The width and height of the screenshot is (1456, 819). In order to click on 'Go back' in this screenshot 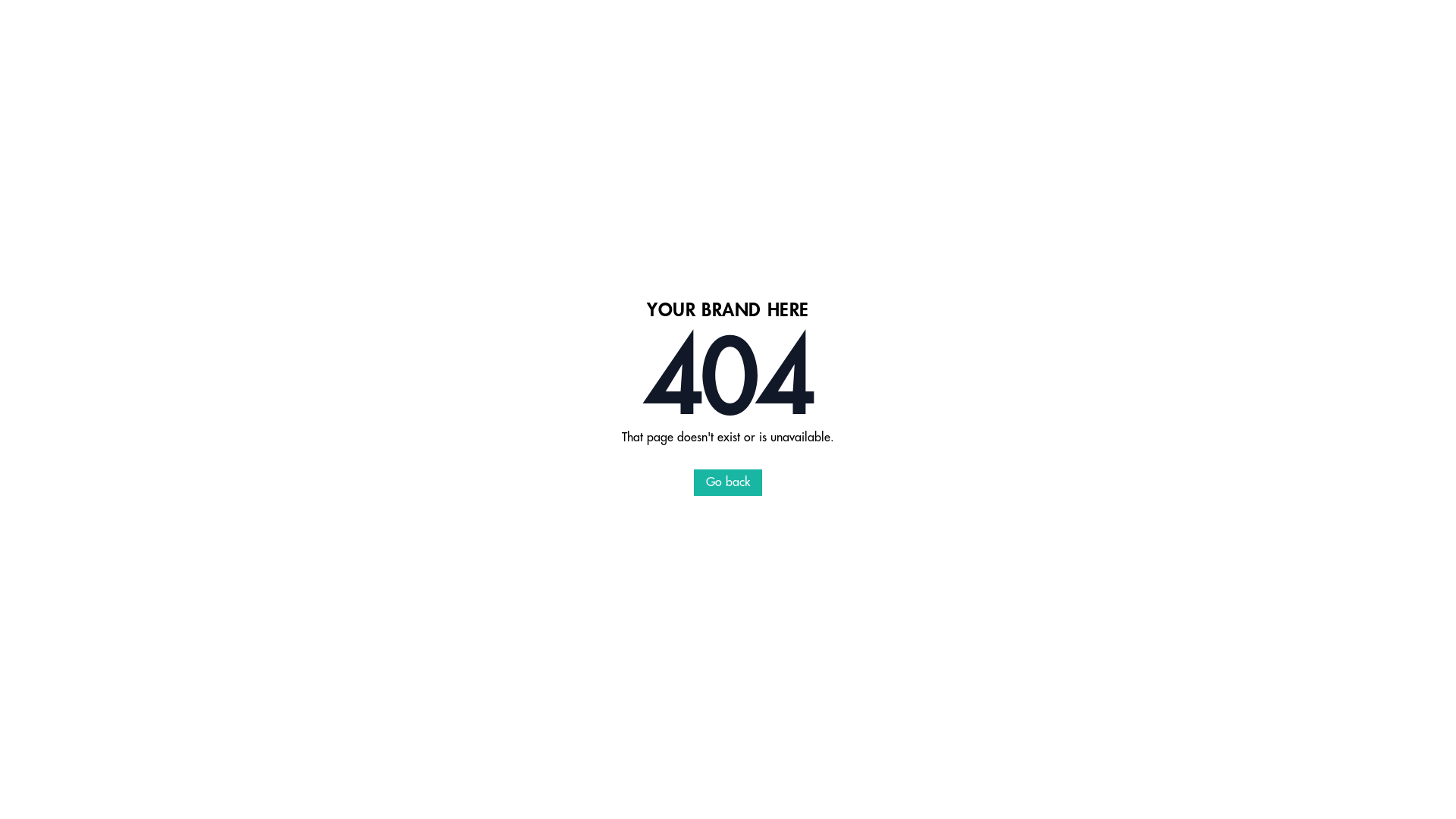, I will do `click(728, 482)`.